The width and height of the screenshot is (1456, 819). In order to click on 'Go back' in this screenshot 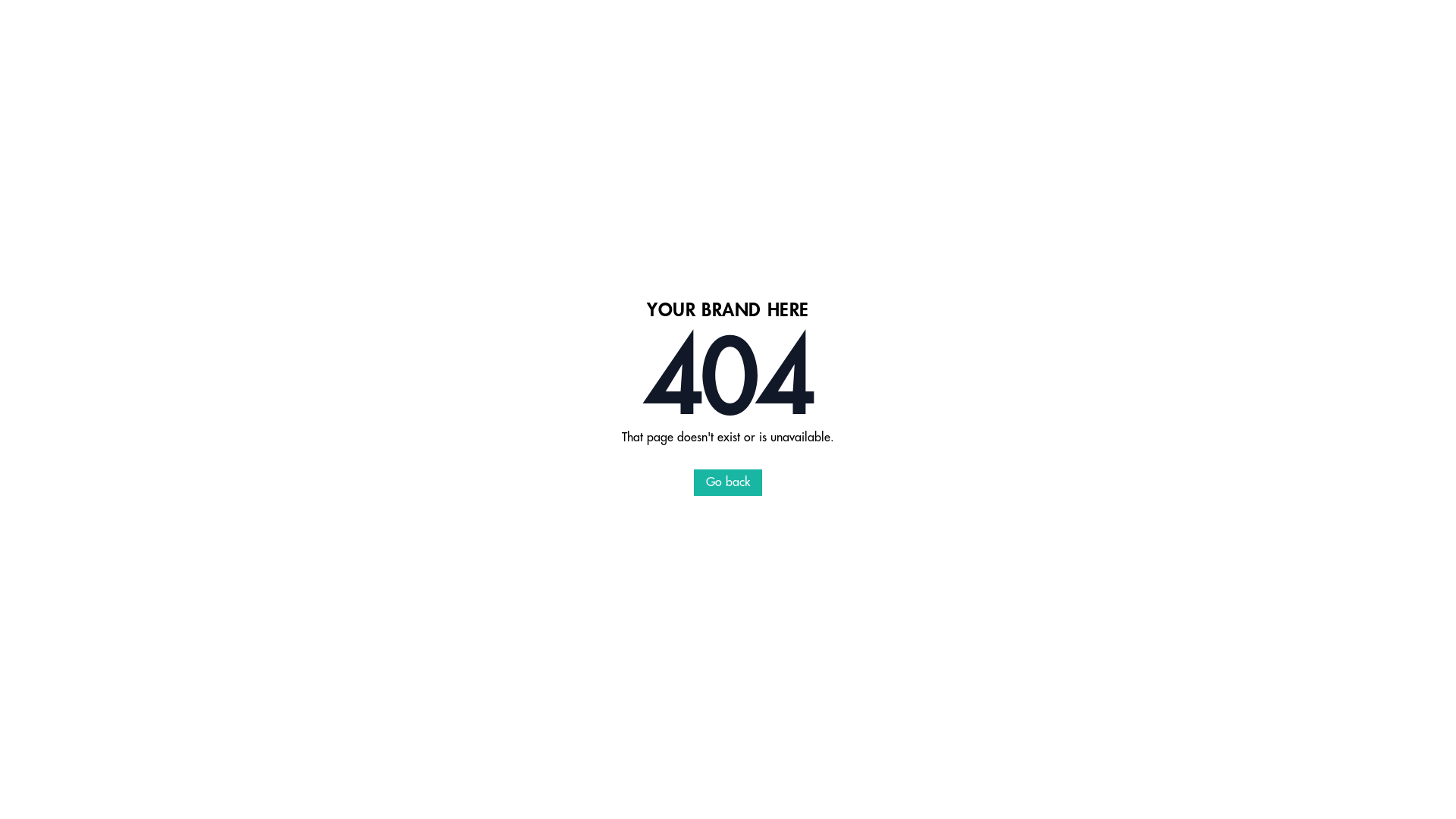, I will do `click(728, 482)`.